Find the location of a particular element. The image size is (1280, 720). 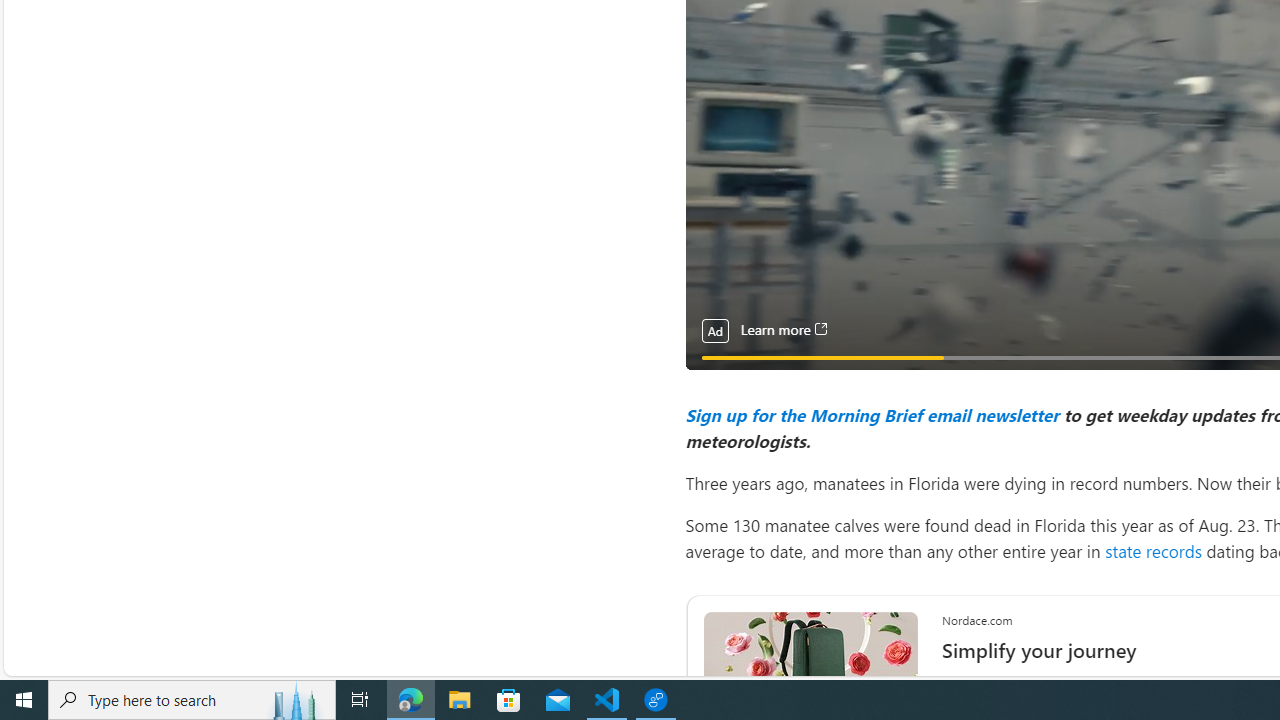

'Sign up for the Morning Brief email newsletter' is located at coordinates (871, 413).